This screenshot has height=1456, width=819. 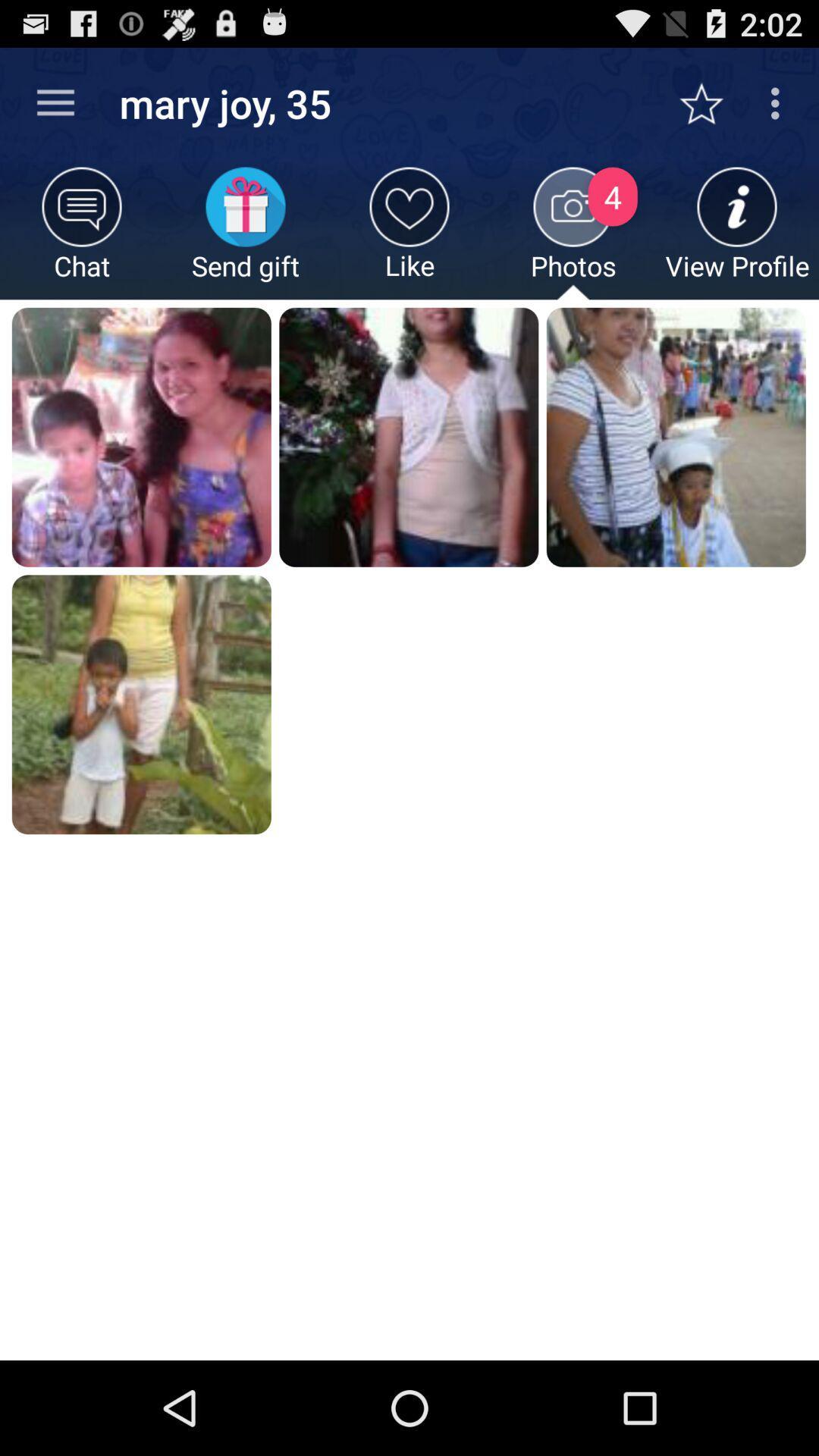 I want to click on app to the right of mary joy, 35 app, so click(x=709, y=102).